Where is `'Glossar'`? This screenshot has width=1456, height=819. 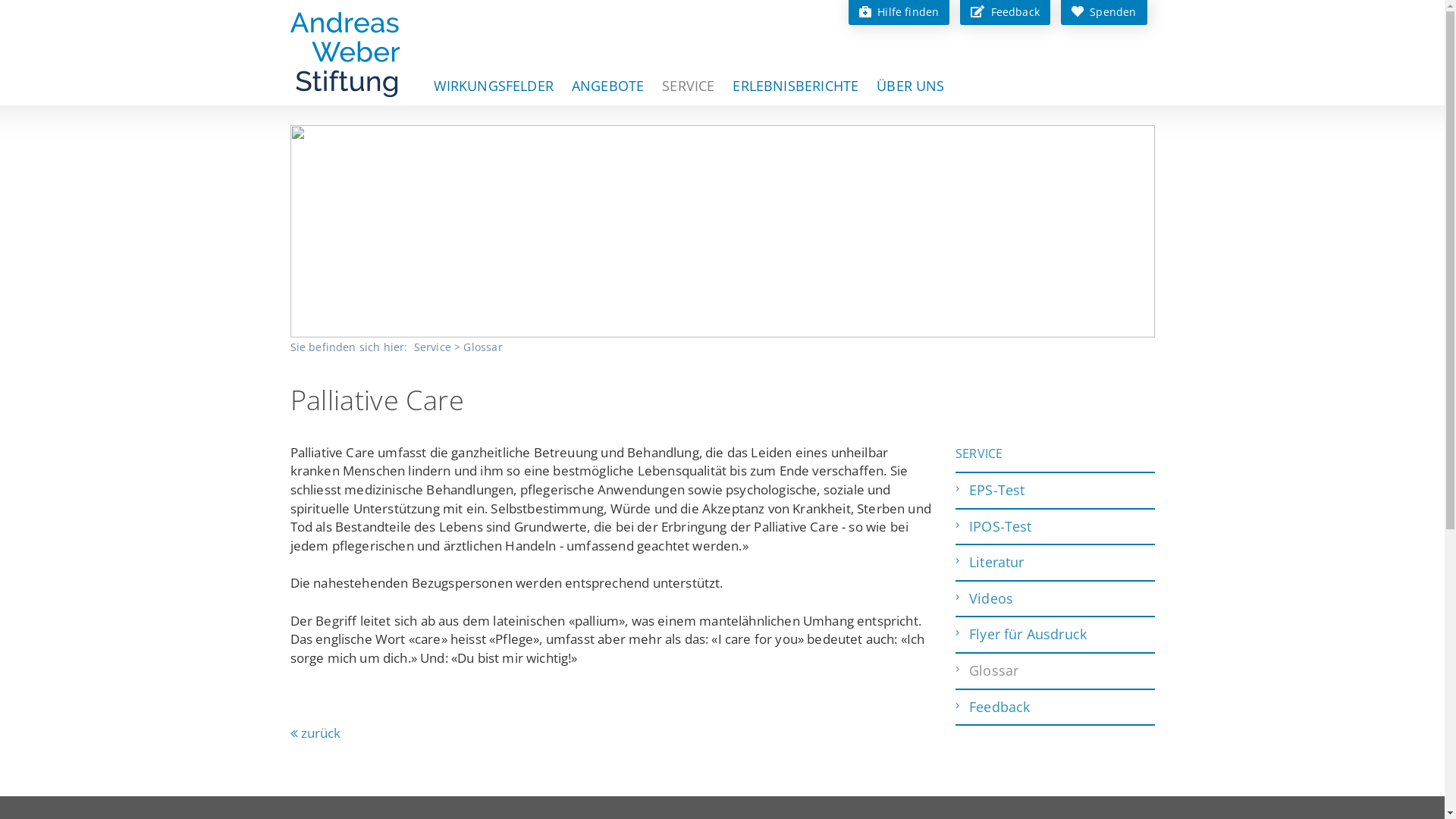 'Glossar' is located at coordinates (954, 670).